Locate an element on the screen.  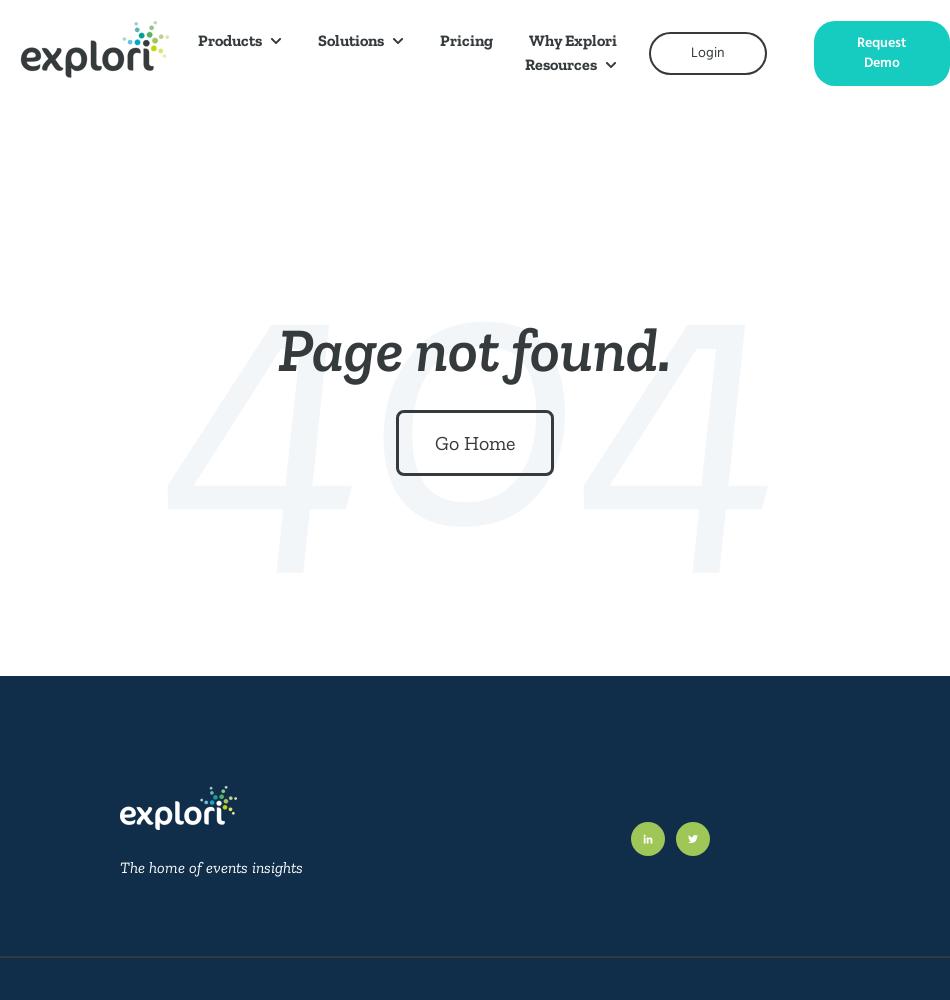
'Solutions' is located at coordinates (350, 40).